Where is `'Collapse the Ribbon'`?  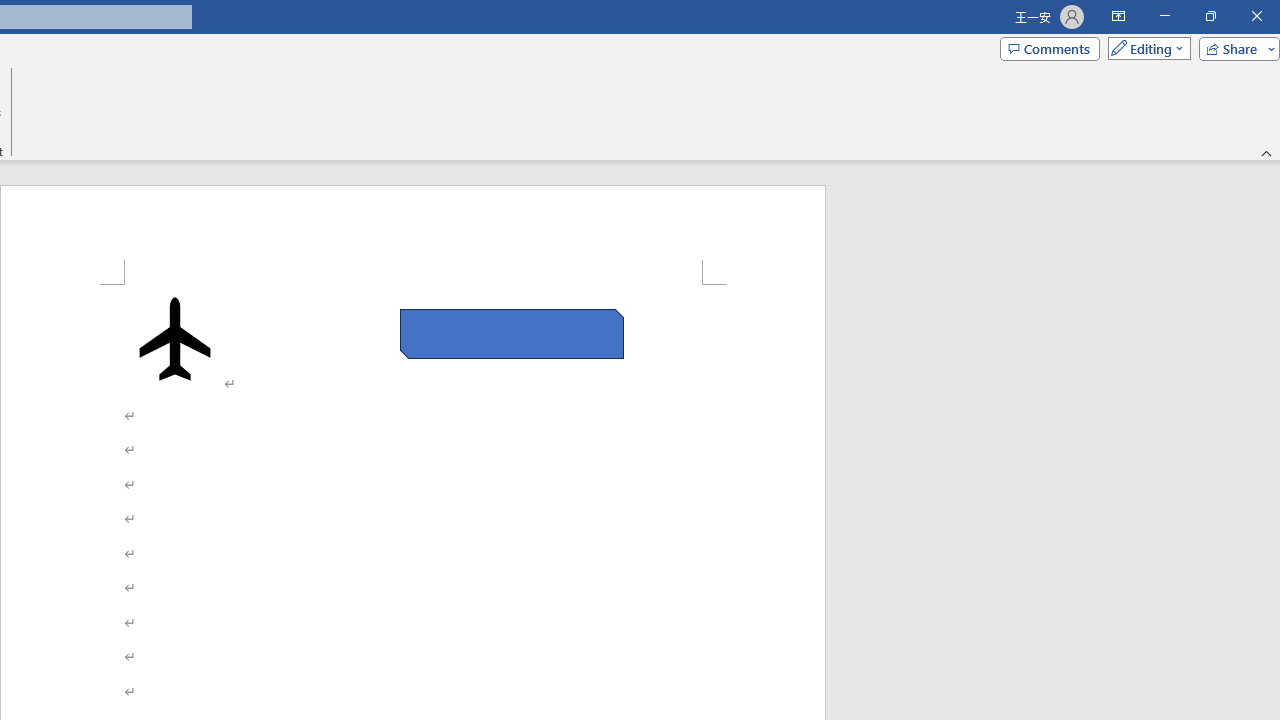 'Collapse the Ribbon' is located at coordinates (1266, 152).